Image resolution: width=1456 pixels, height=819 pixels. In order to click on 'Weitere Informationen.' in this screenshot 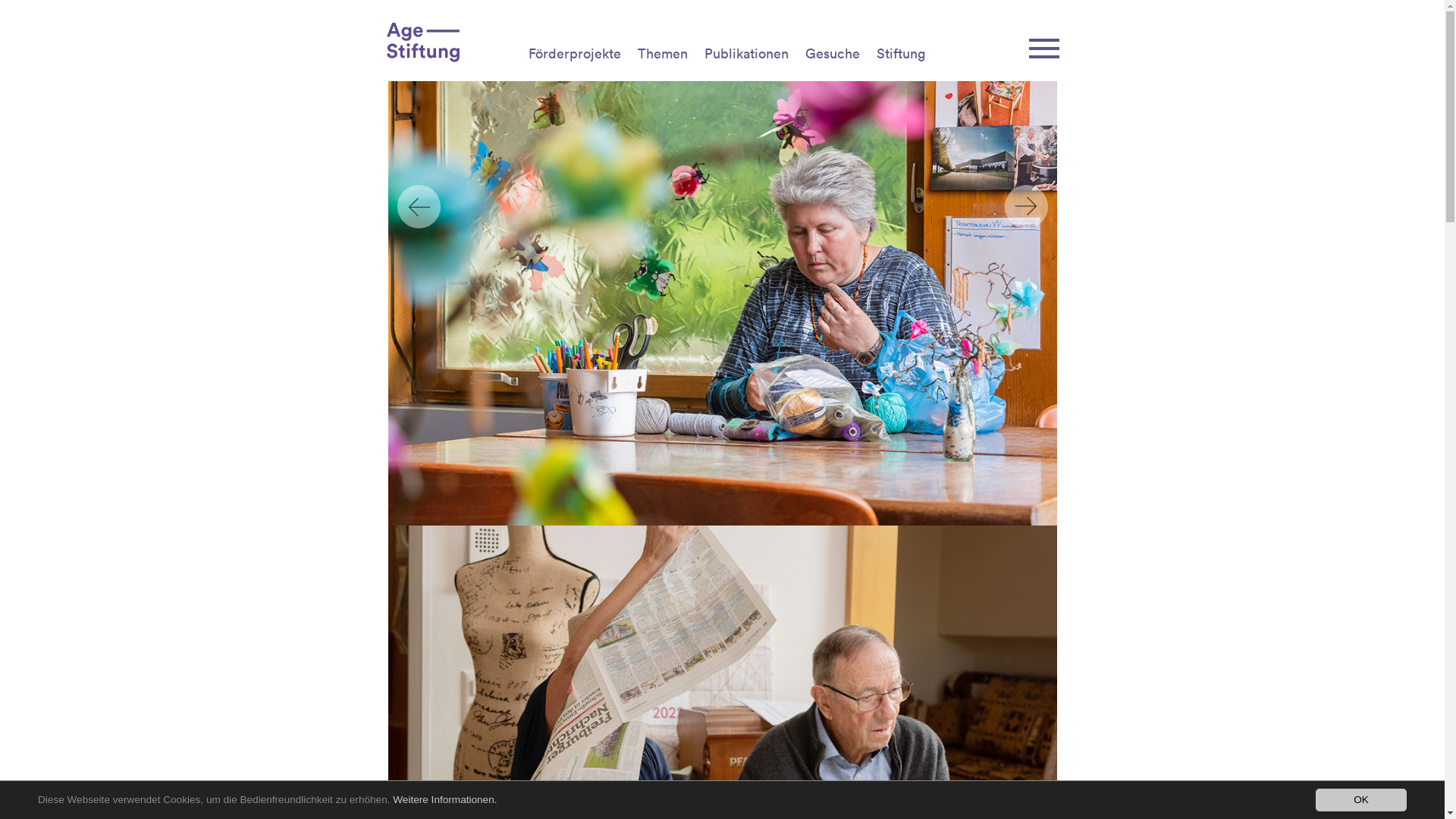, I will do `click(444, 799)`.